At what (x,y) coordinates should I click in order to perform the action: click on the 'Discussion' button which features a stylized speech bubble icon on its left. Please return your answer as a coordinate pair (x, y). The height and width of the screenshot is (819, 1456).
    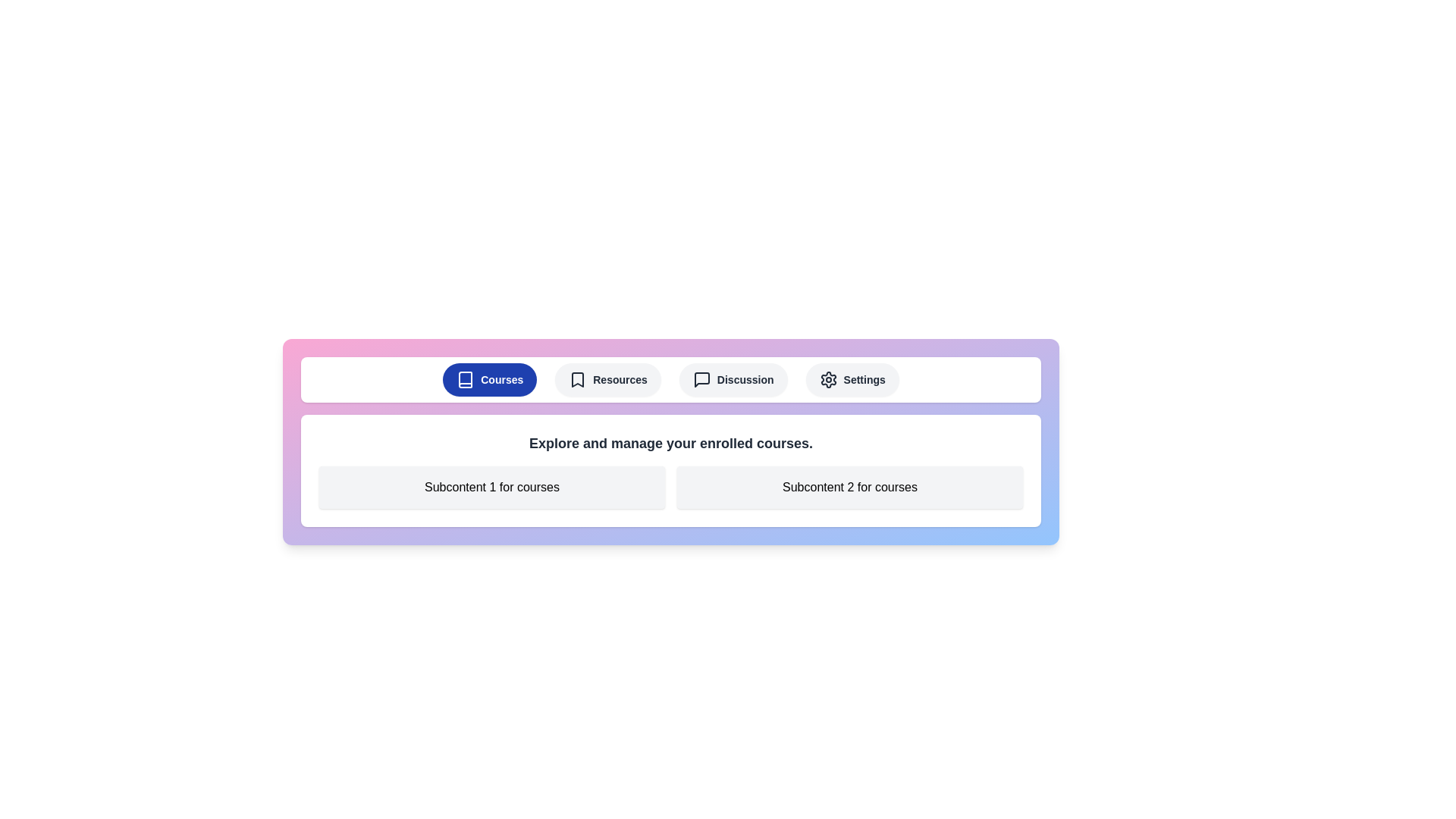
    Looking at the image, I should click on (701, 379).